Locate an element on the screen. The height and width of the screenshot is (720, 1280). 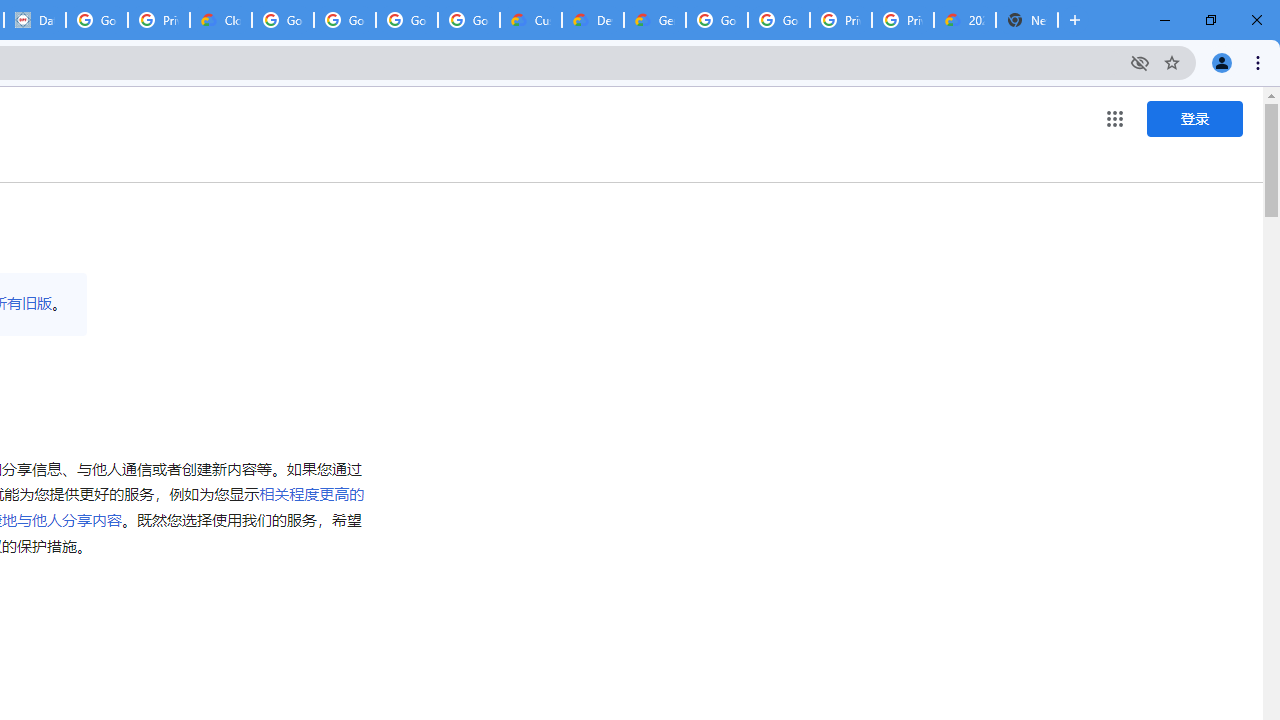
'Cloud Data Processing Addendum | Google Cloud' is located at coordinates (220, 20).